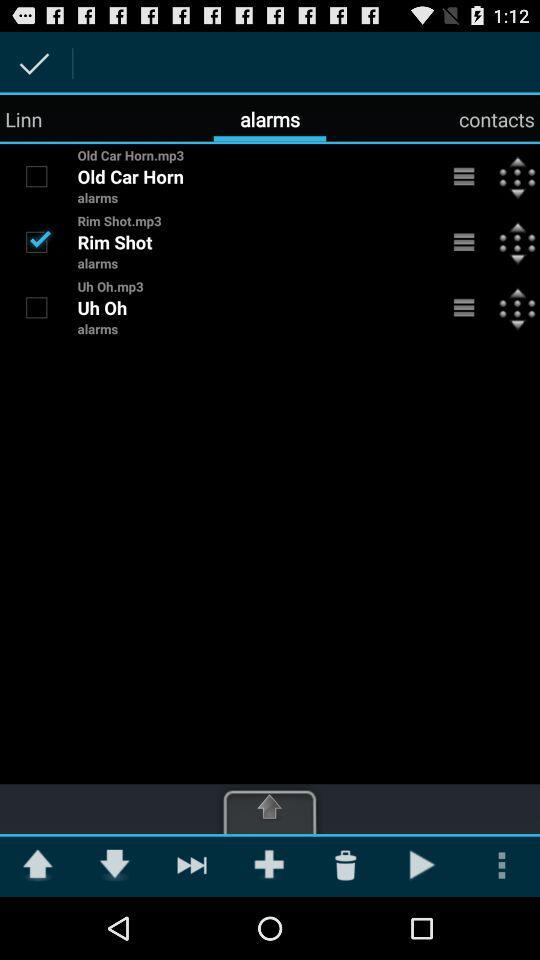 The height and width of the screenshot is (960, 540). I want to click on suond, so click(36, 175).